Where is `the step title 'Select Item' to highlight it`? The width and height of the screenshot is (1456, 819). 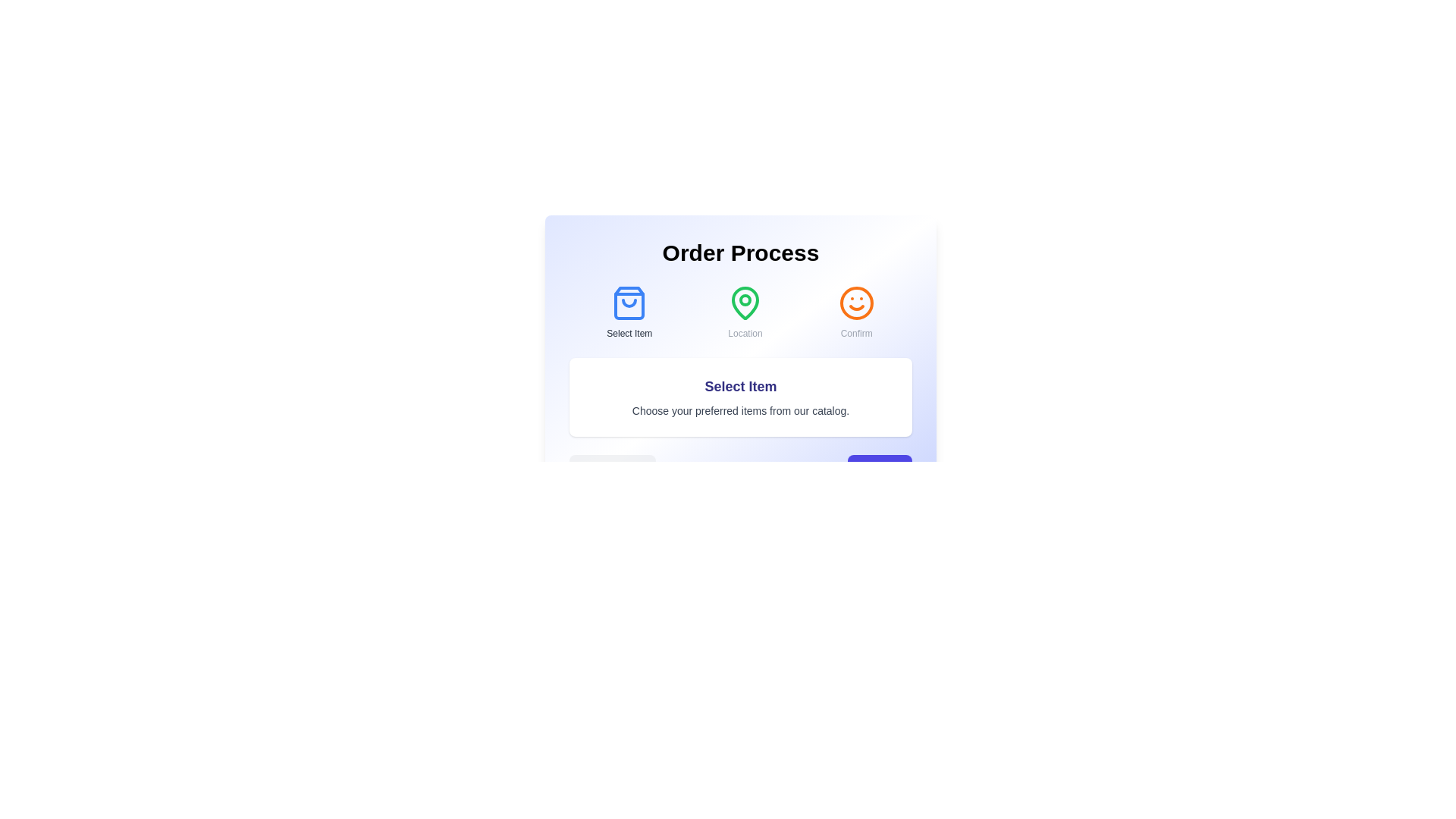 the step title 'Select Item' to highlight it is located at coordinates (741, 385).